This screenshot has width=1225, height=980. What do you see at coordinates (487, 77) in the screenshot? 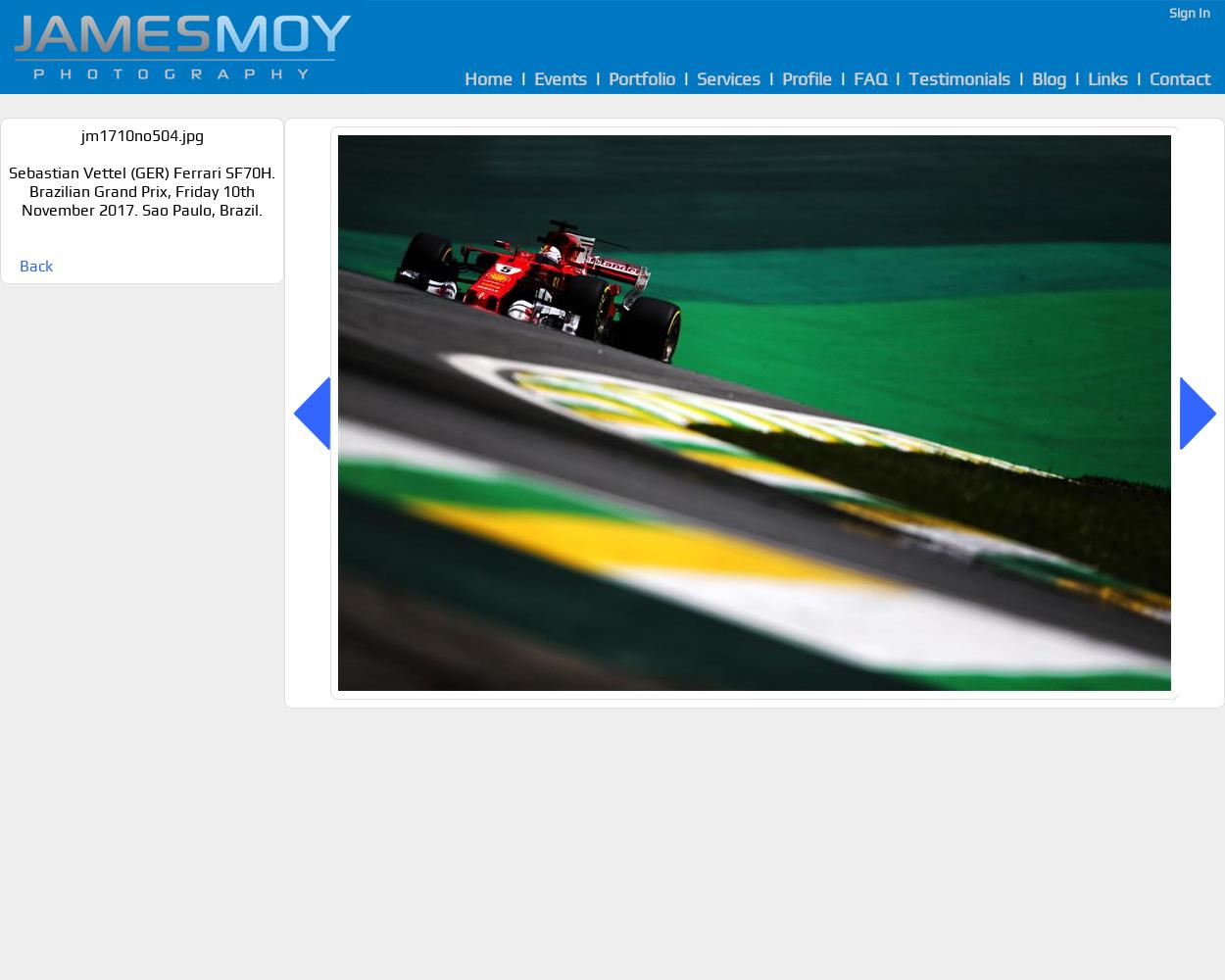
I see `'Home'` at bounding box center [487, 77].